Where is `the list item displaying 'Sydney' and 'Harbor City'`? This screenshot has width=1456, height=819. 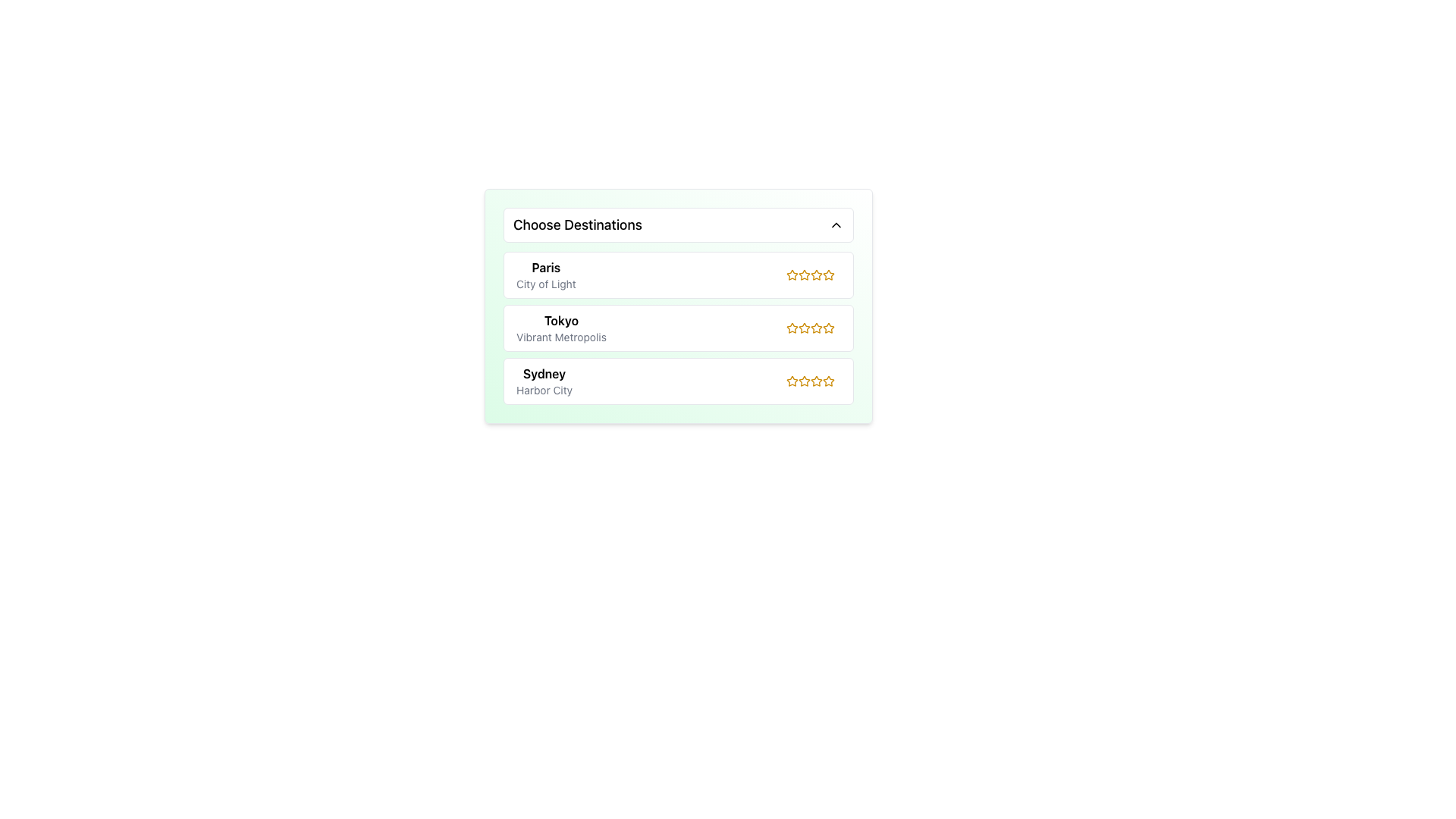
the list item displaying 'Sydney' and 'Harbor City' is located at coordinates (544, 380).